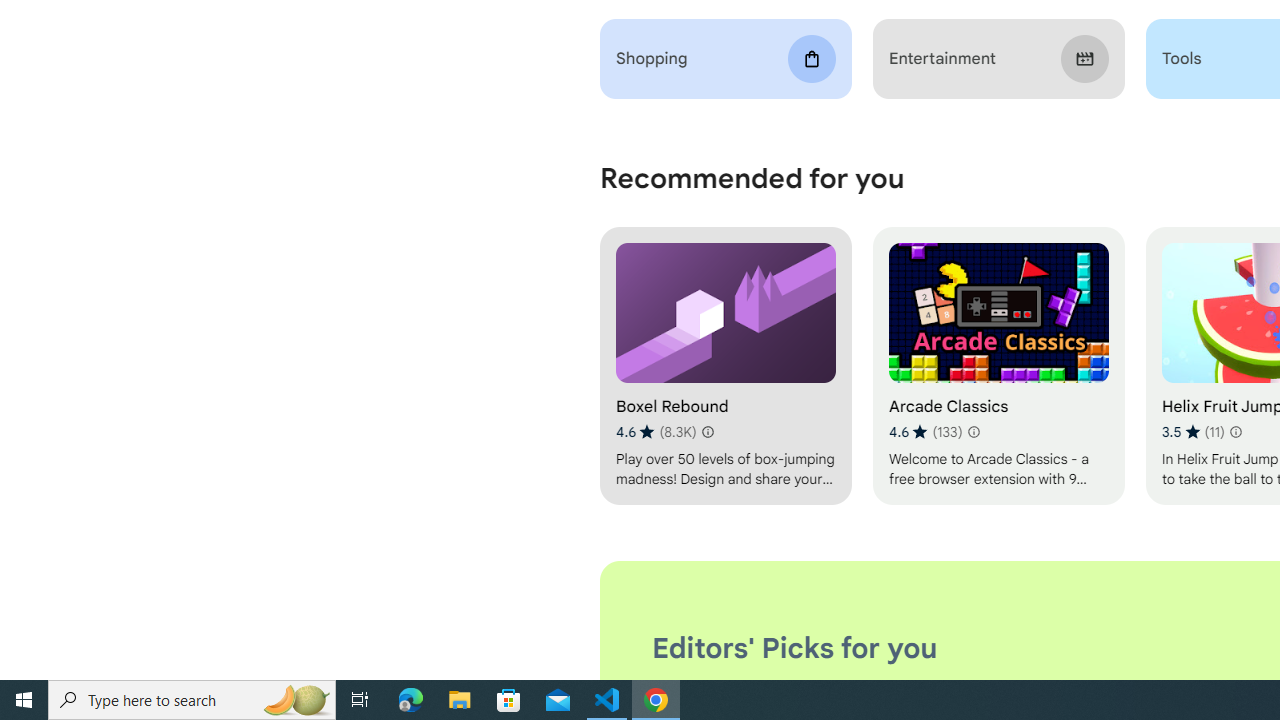 This screenshot has width=1280, height=720. Describe the element at coordinates (924, 431) in the screenshot. I see `'Average rating 4.6 out of 5 stars. 133 ratings.'` at that location.